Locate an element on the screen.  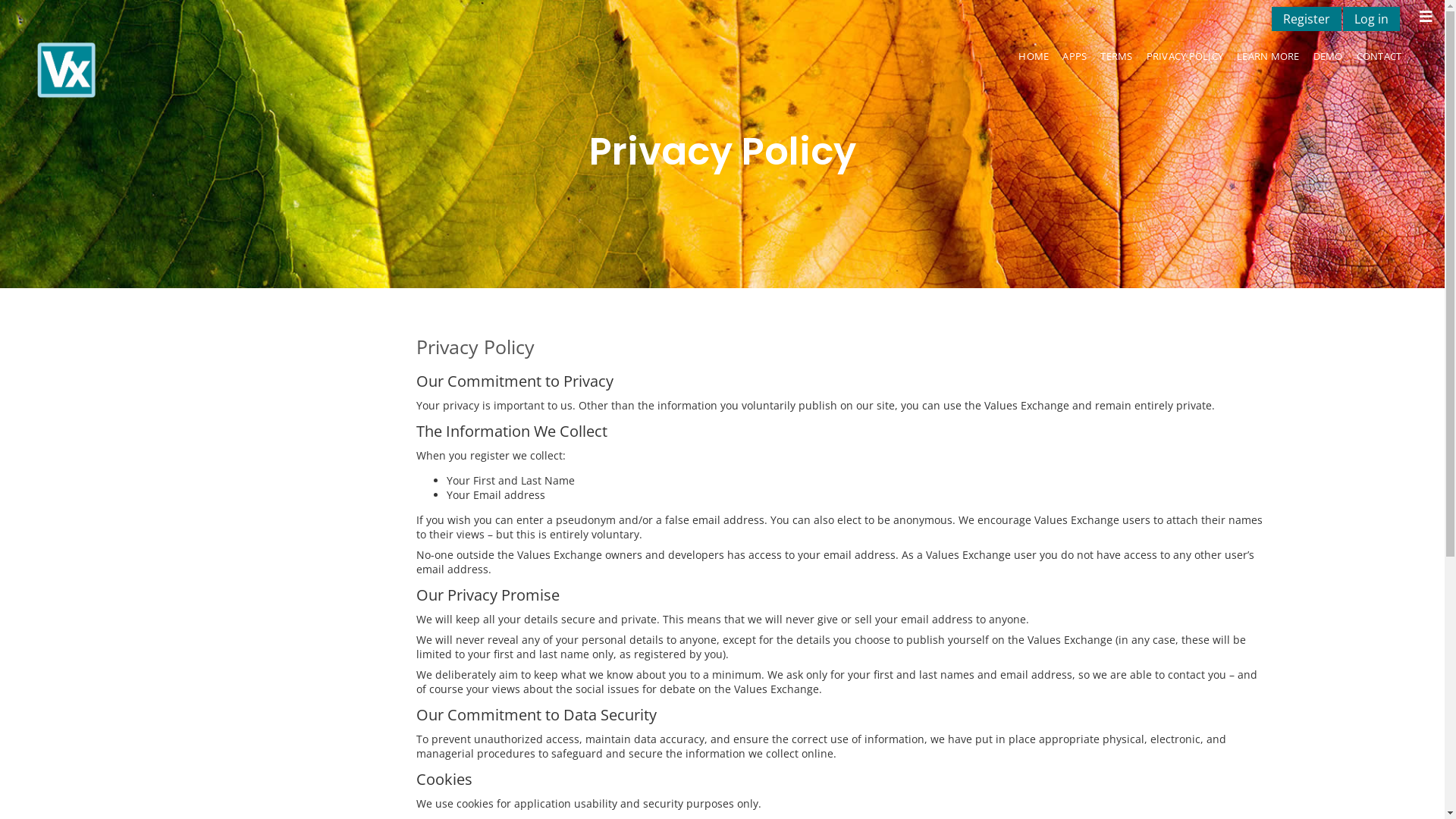
'APPS' is located at coordinates (1055, 55).